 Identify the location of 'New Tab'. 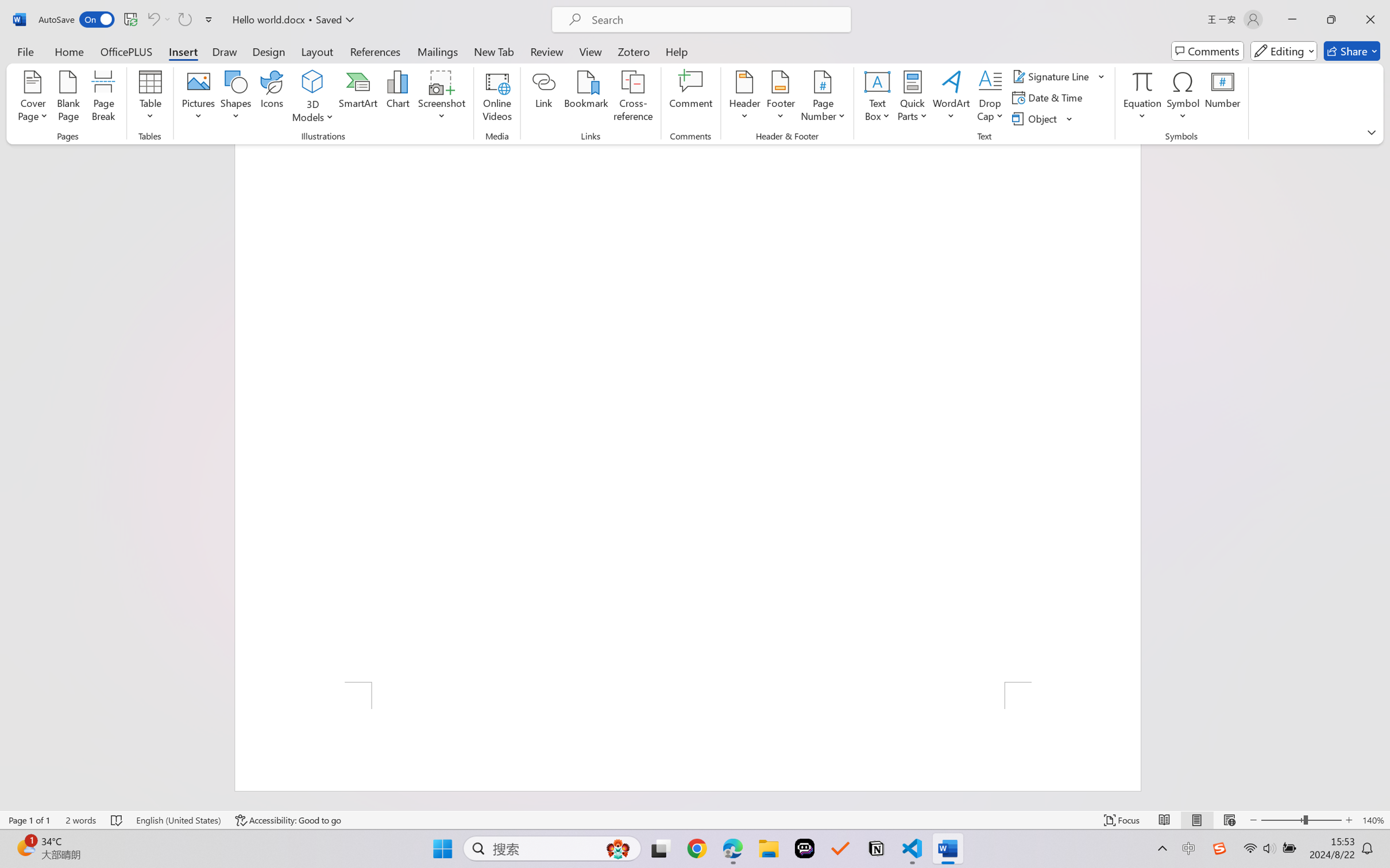
(493, 51).